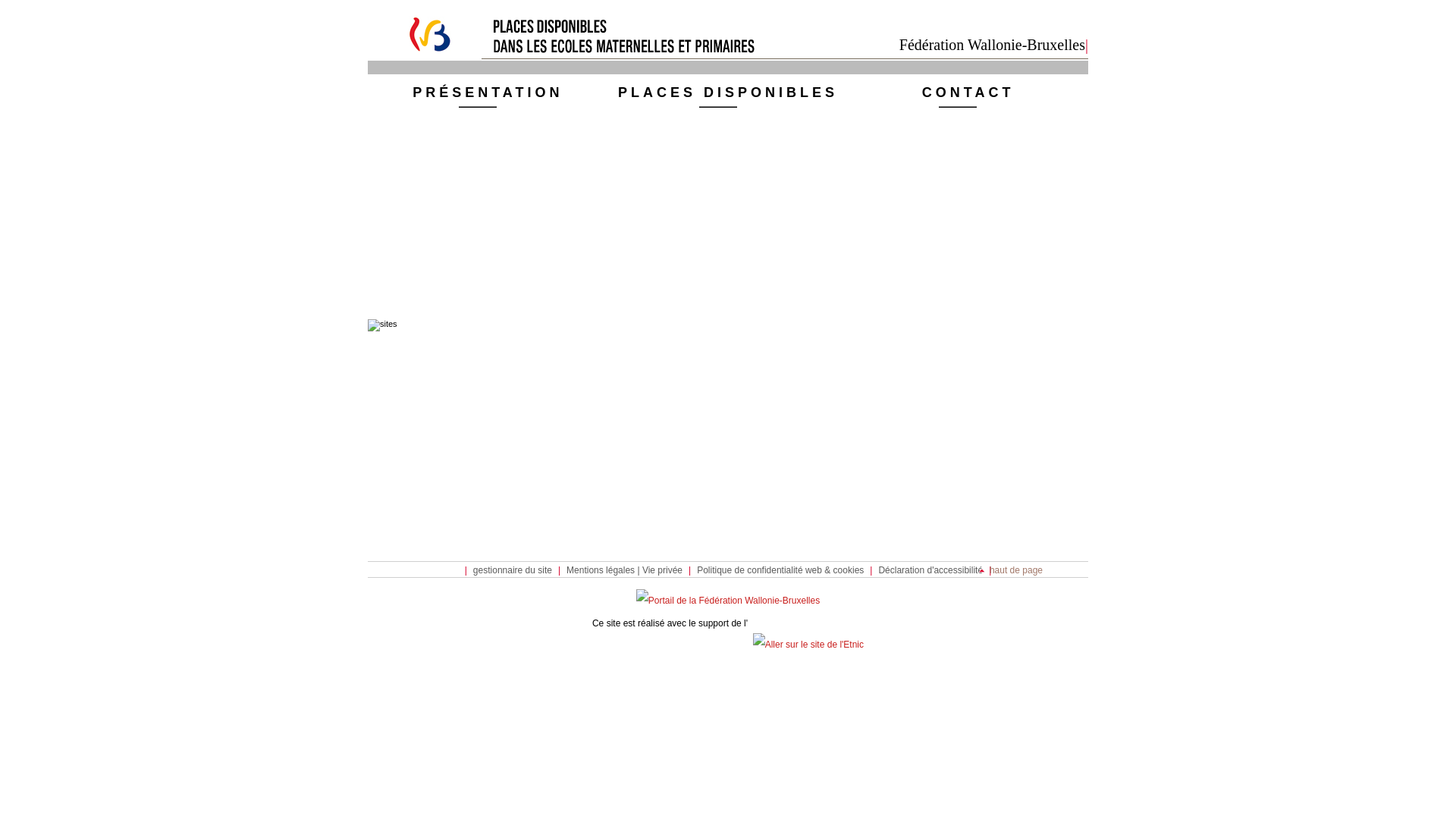 This screenshot has height=819, width=1456. Describe the element at coordinates (1011, 570) in the screenshot. I see `'haut de page'` at that location.